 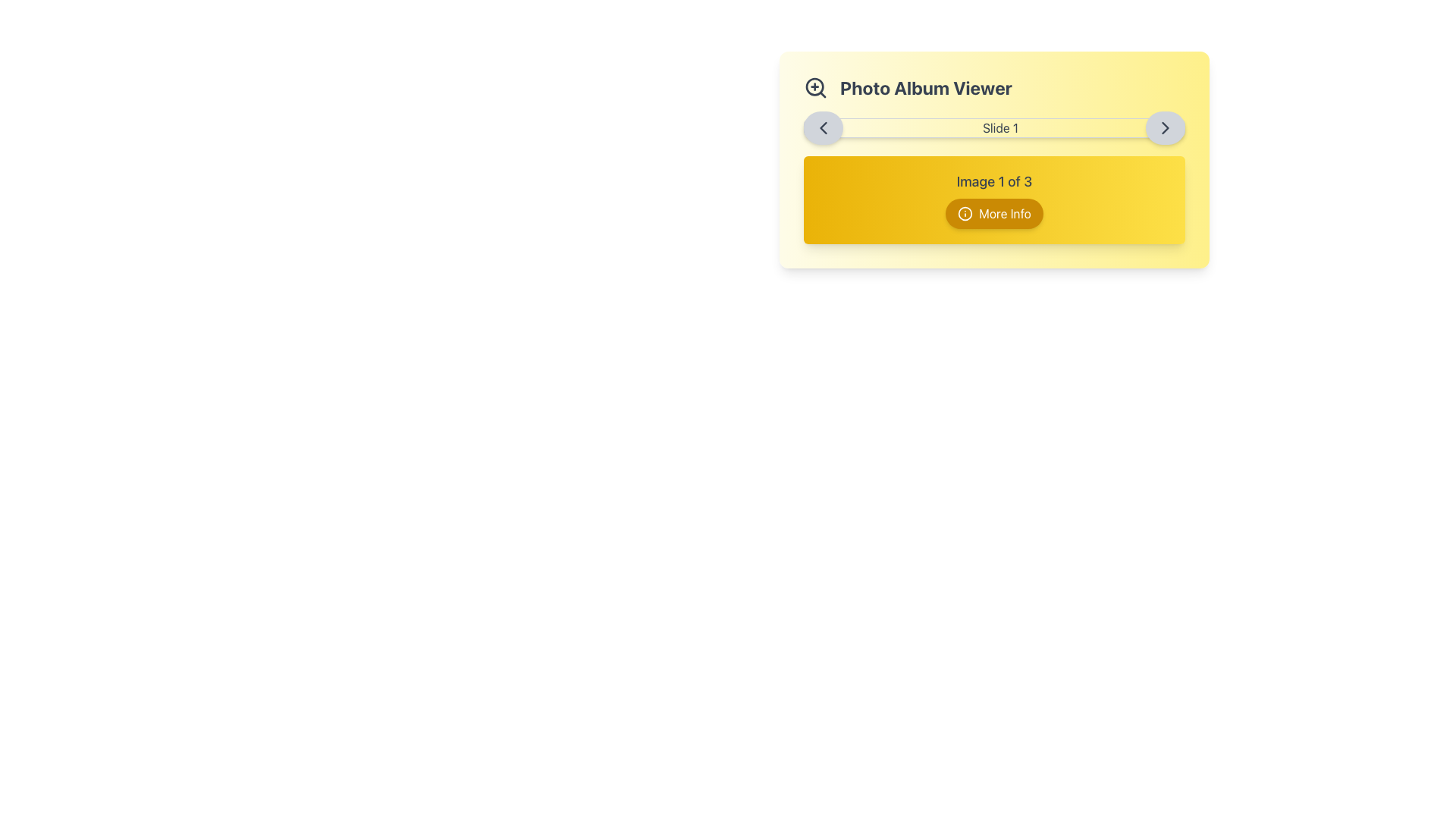 What do you see at coordinates (1164, 127) in the screenshot?
I see `the chevron icon used for navigating to the next slide in the photo album viewer` at bounding box center [1164, 127].